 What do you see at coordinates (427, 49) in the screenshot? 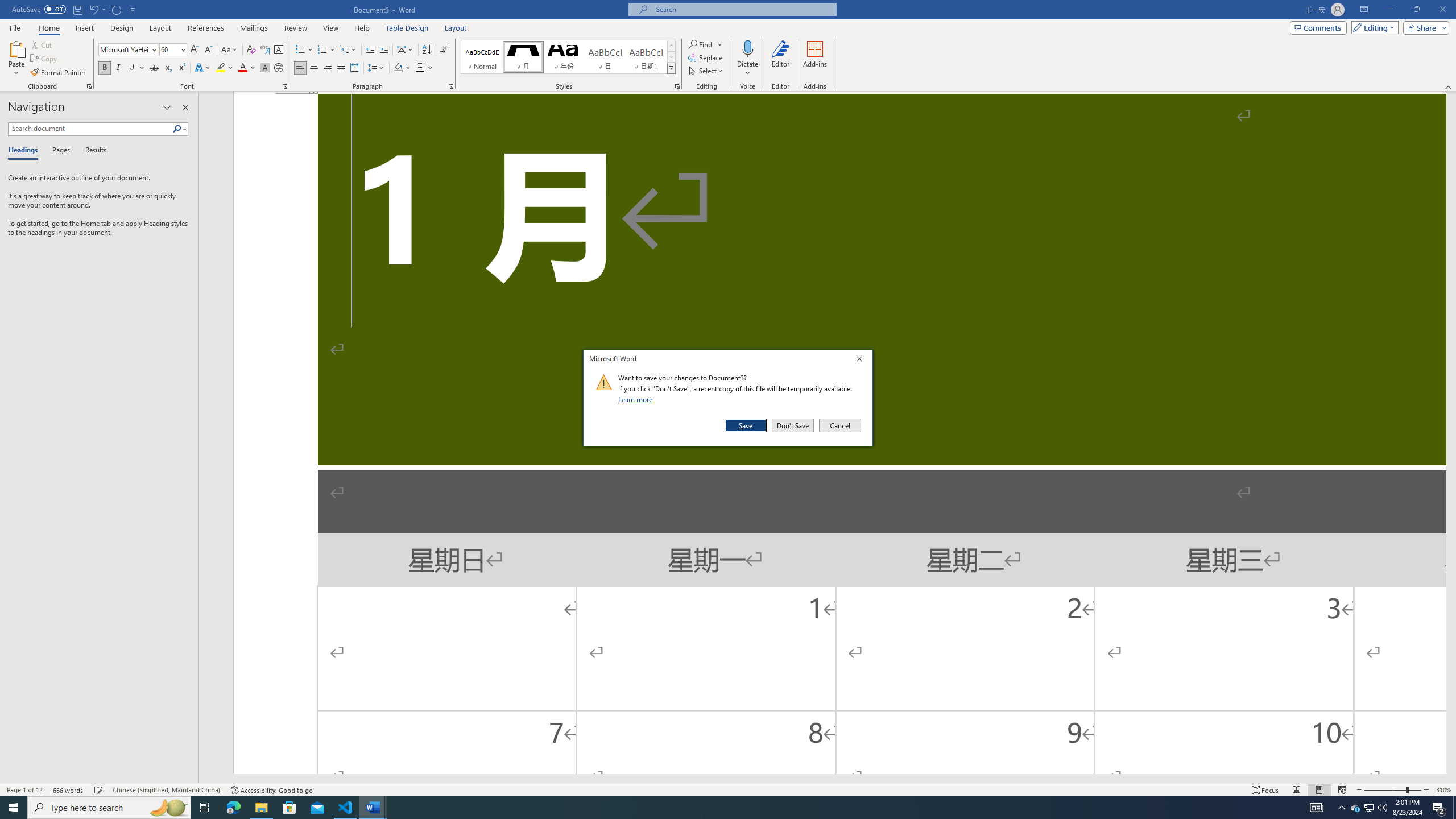
I see `'Sort...'` at bounding box center [427, 49].